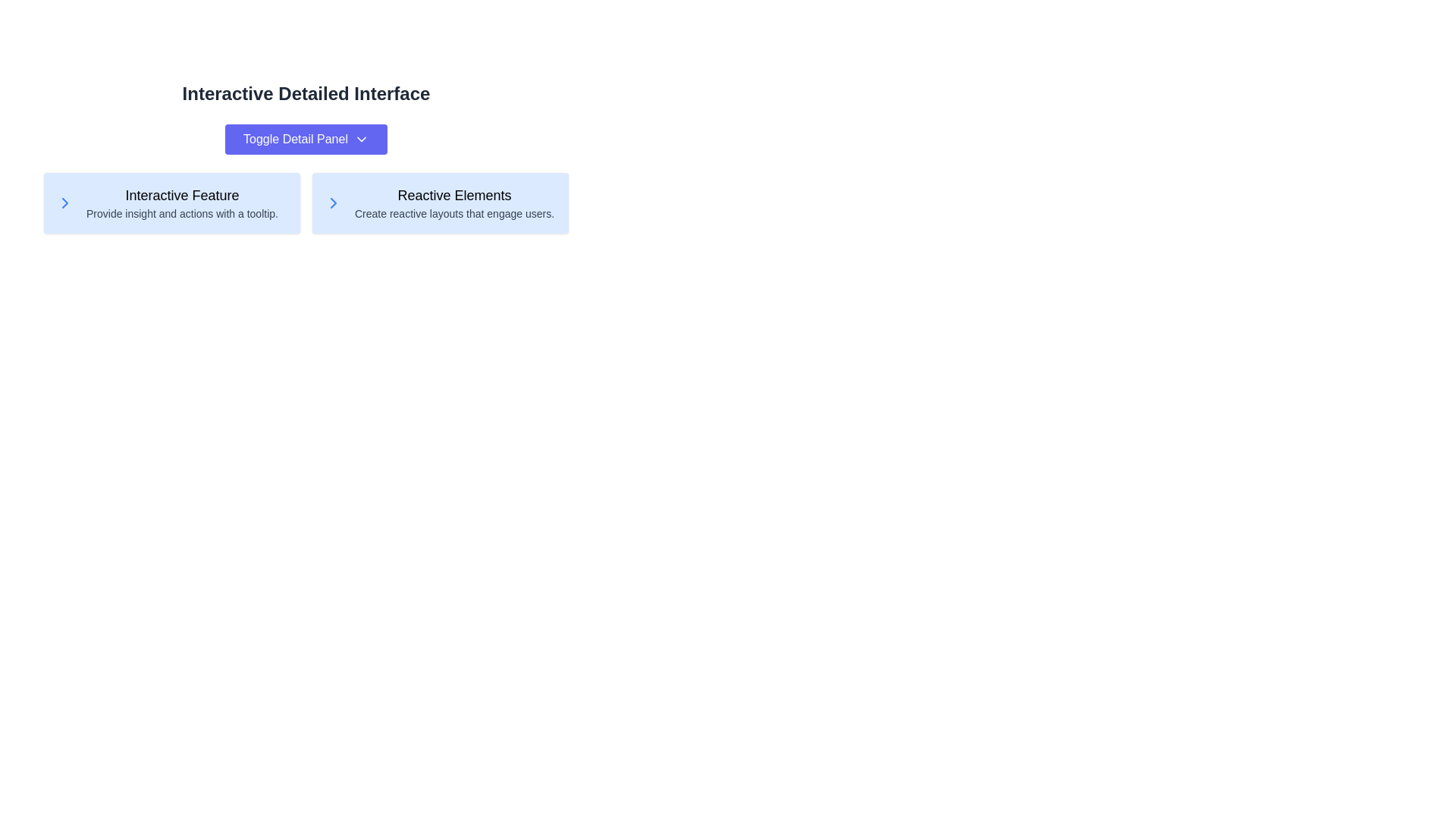 Image resolution: width=1456 pixels, height=819 pixels. What do you see at coordinates (305, 93) in the screenshot?
I see `the centered headline text element styled in bold, dark gray, reading 'Interactive Detailed Interface'` at bounding box center [305, 93].